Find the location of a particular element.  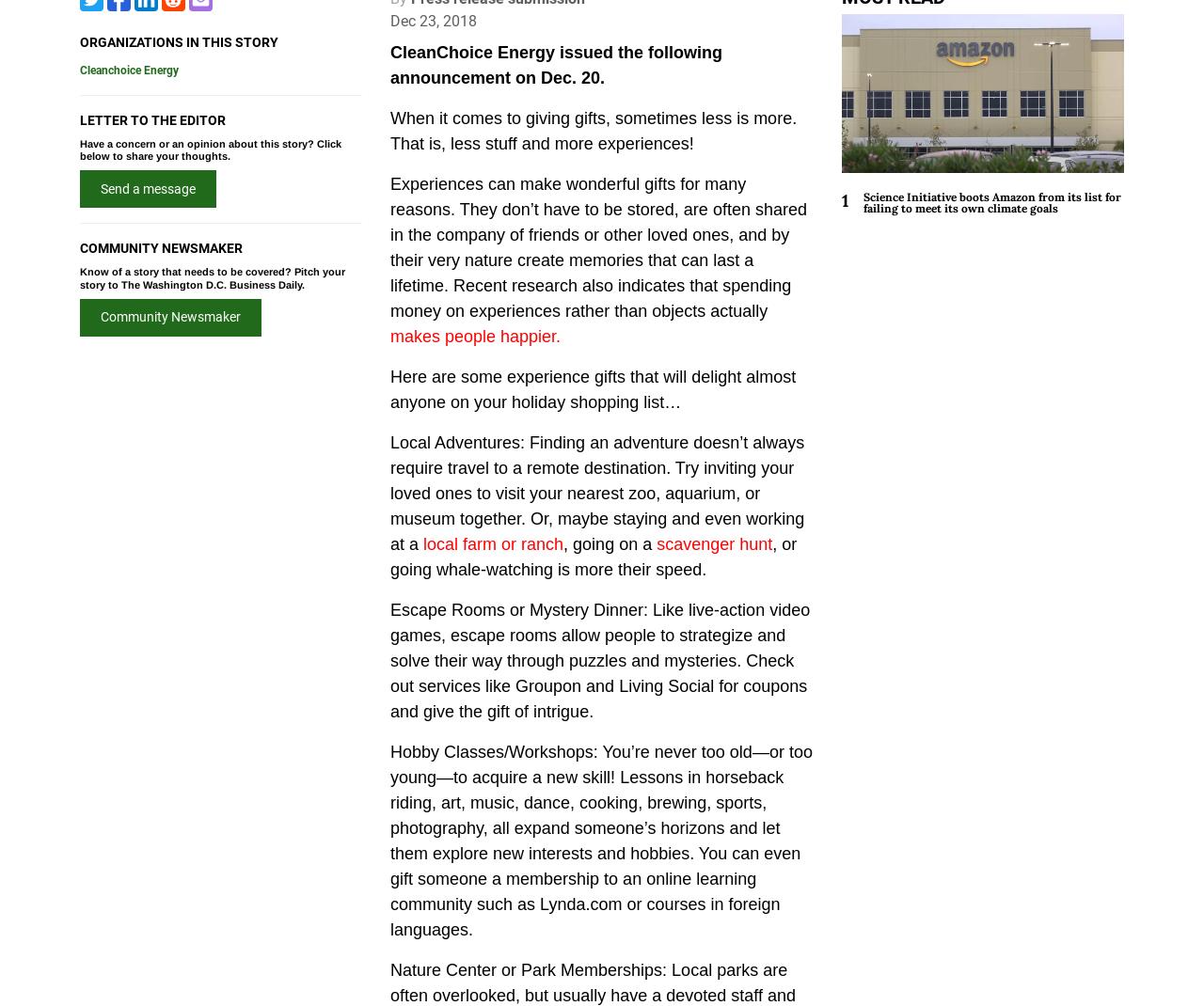

'Escape Rooms or Mystery Dinner: Like live-action video games, escape rooms allow people to strategize and solve their way through puzzles and mysteries. Check out services like Groupon and Living Social for coupons and give the gift of intrigue.' is located at coordinates (388, 660).